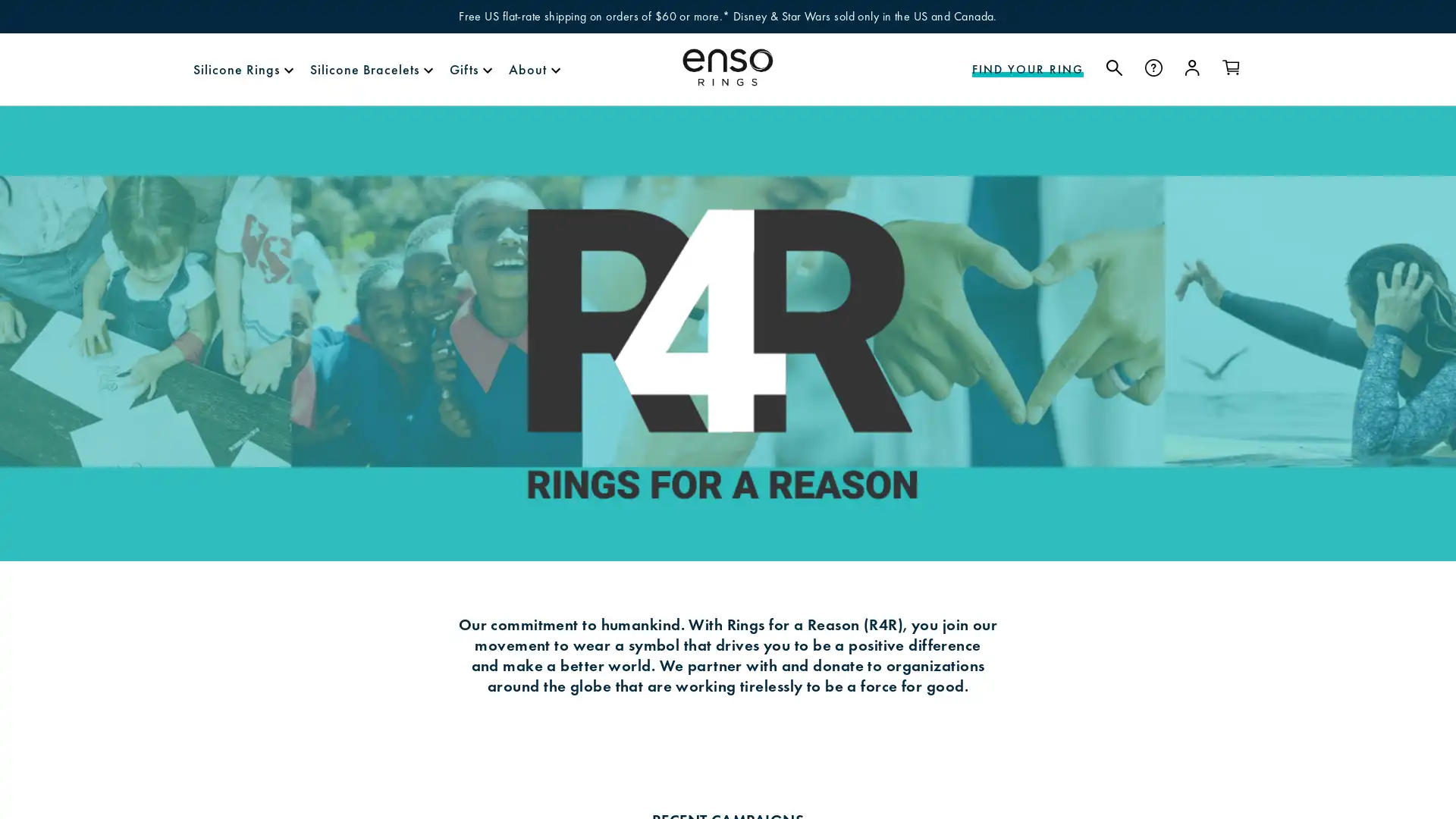 The image size is (1456, 819). I want to click on Silicone Bracelets, so click(364, 69).